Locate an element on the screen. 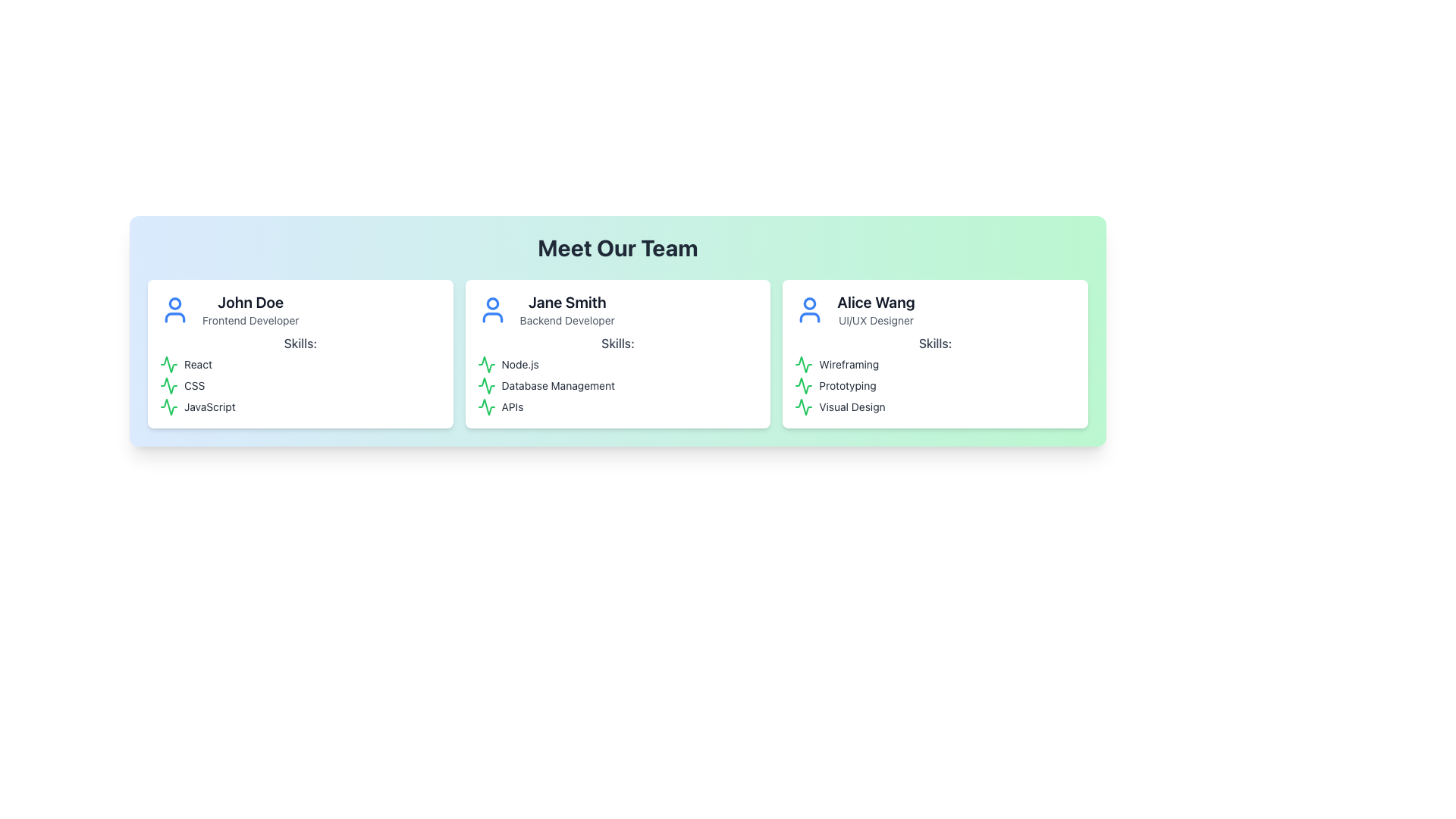  text label that describes Alice Wang's professional title or role, which is located in the 'Meet Our Team' section, directly beneath her name and above her listed skills is located at coordinates (876, 320).